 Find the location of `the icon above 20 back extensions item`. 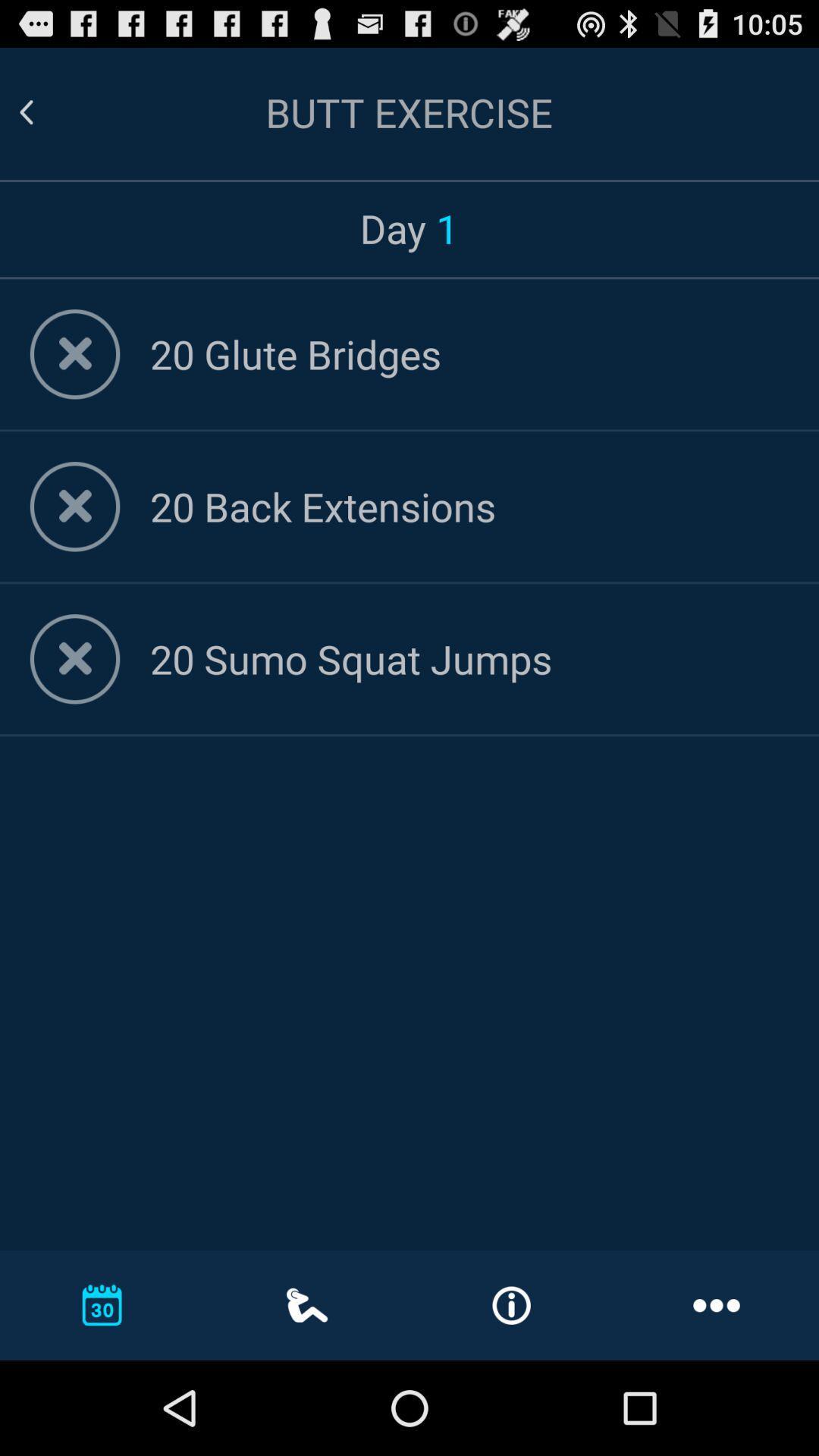

the icon above 20 back extensions item is located at coordinates (469, 353).